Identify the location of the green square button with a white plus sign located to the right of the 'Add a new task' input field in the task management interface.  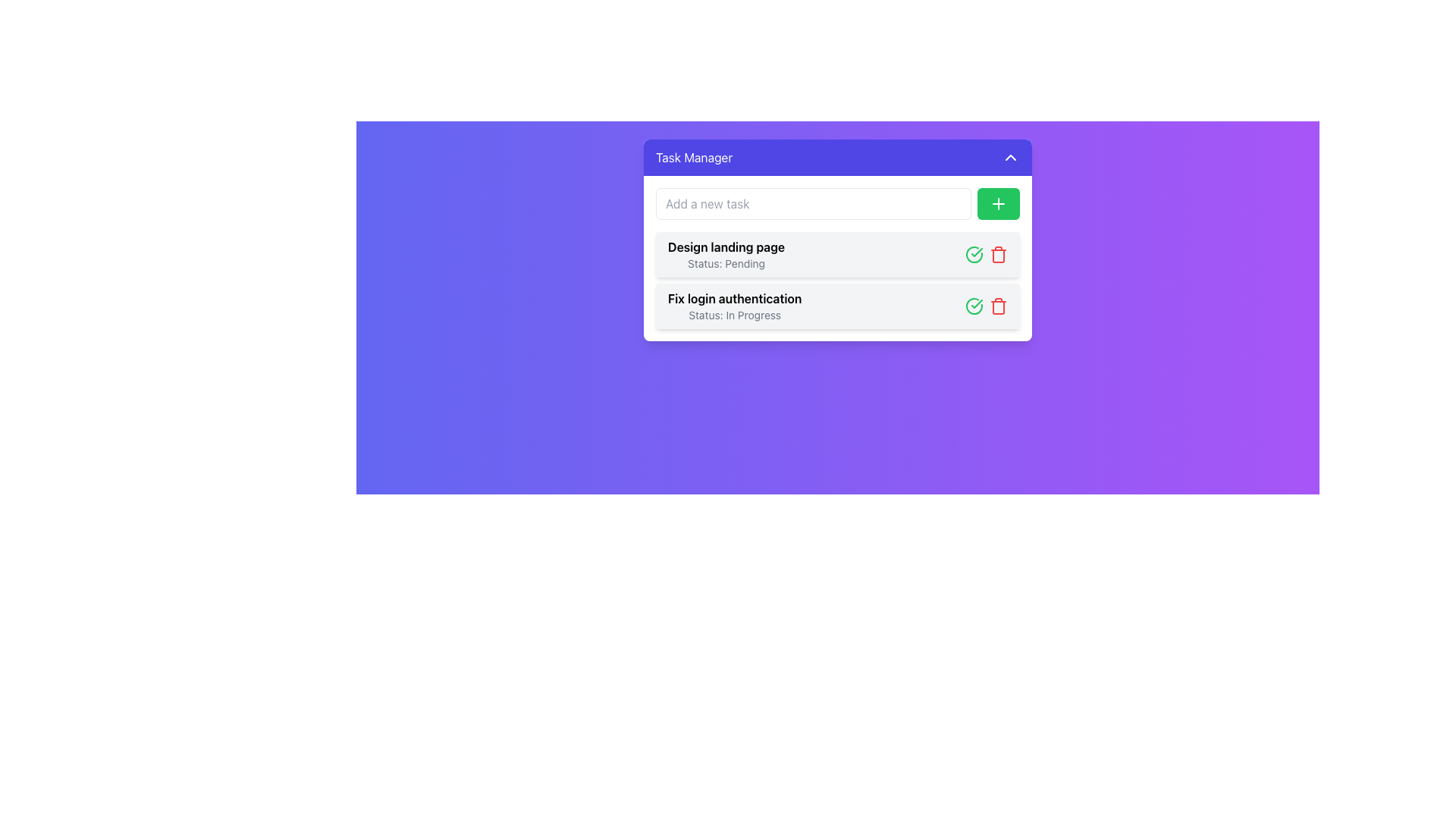
(998, 203).